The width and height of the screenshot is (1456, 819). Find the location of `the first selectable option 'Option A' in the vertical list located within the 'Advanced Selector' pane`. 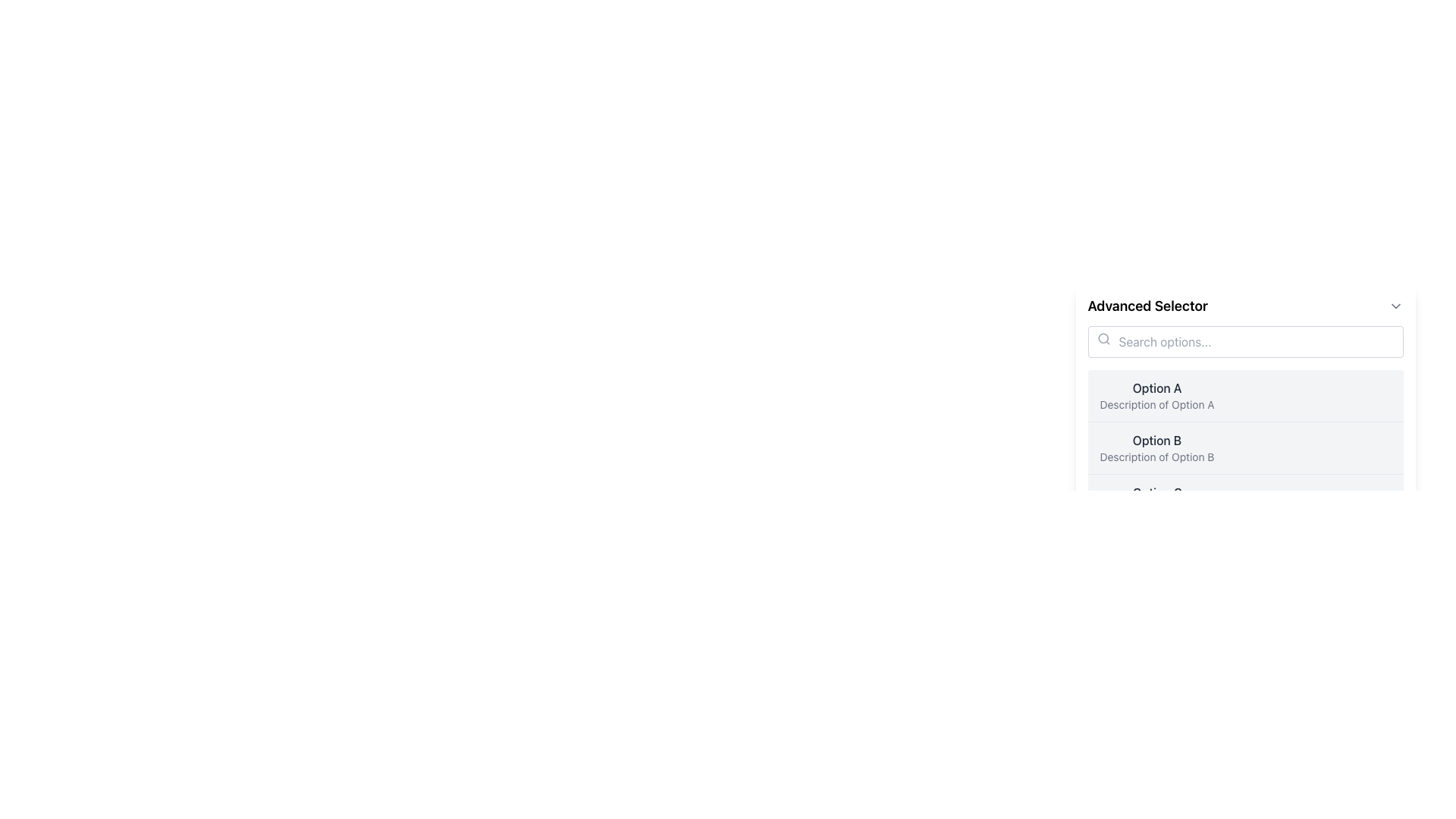

the first selectable option 'Option A' in the vertical list located within the 'Advanced Selector' pane is located at coordinates (1245, 394).